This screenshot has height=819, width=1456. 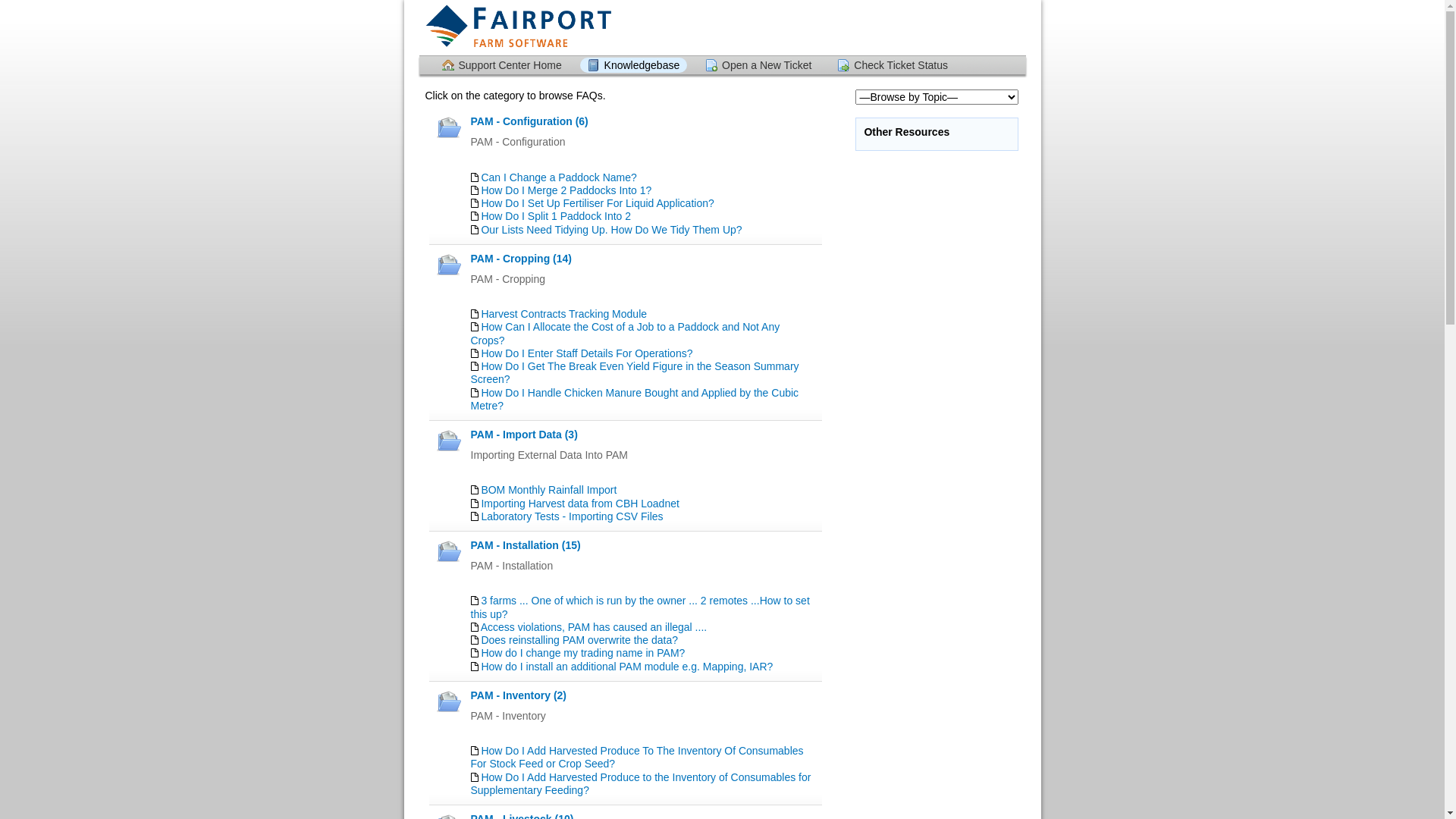 What do you see at coordinates (479, 503) in the screenshot?
I see `'Importing Harvest data from CBH Loadnet'` at bounding box center [479, 503].